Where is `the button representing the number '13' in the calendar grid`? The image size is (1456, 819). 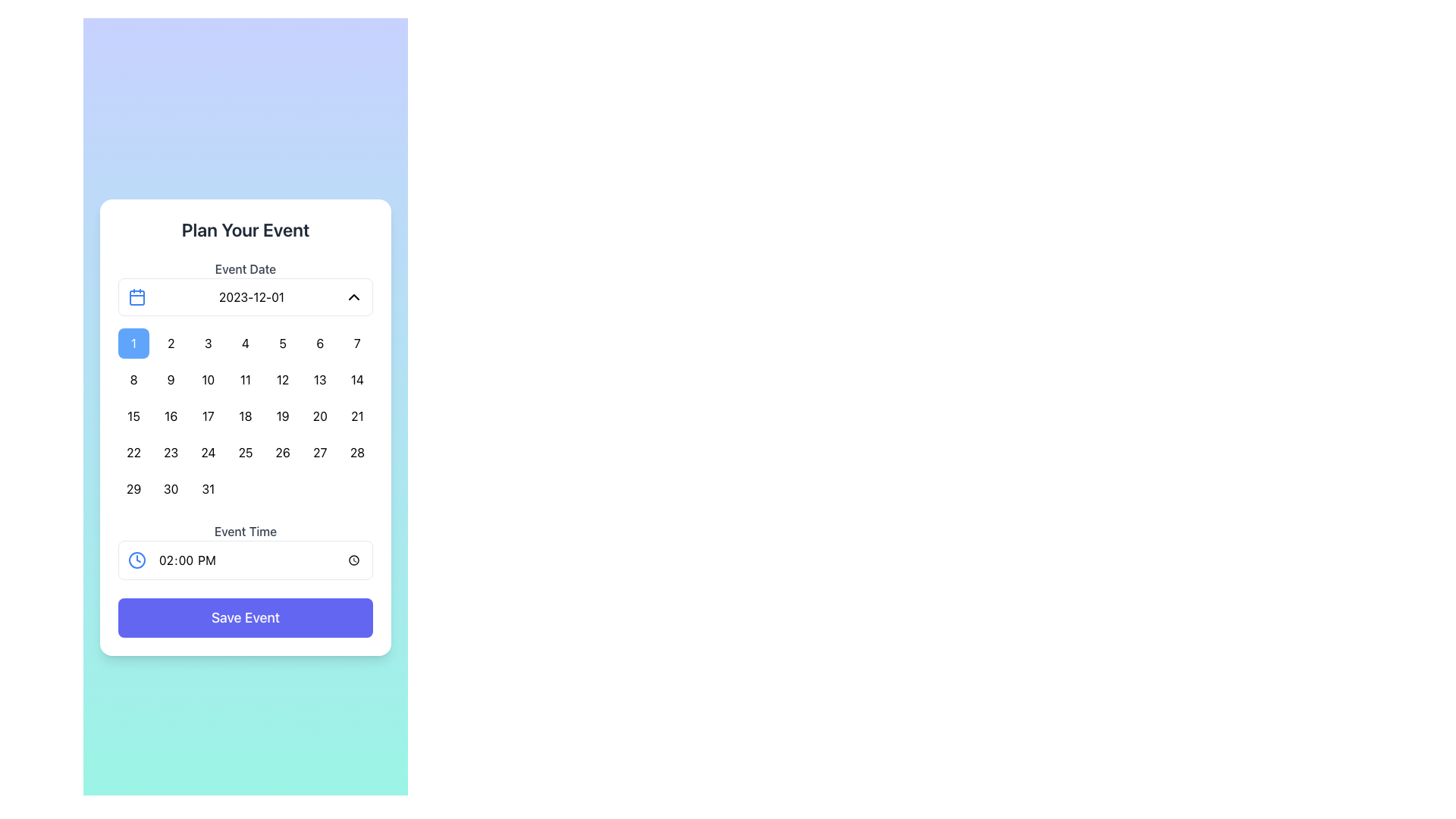 the button representing the number '13' in the calendar grid is located at coordinates (319, 379).